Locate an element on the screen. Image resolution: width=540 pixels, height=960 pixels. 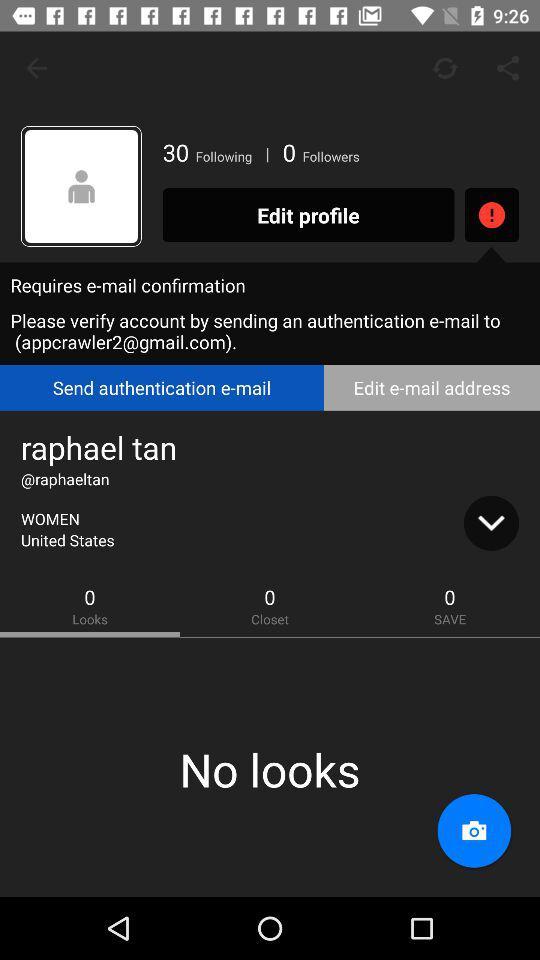
the icon to the right of united states icon is located at coordinates (490, 522).